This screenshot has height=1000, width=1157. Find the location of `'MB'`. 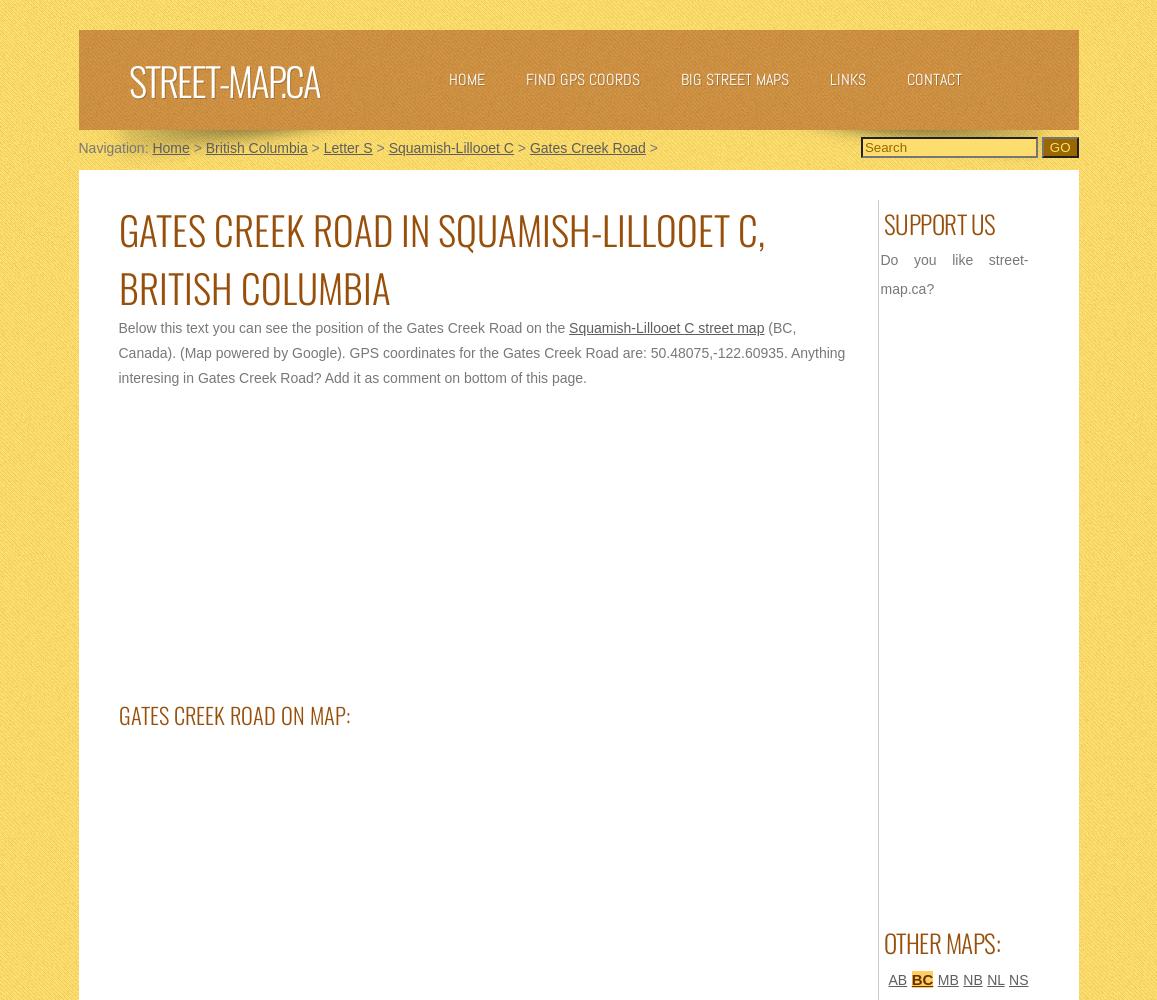

'MB' is located at coordinates (946, 979).